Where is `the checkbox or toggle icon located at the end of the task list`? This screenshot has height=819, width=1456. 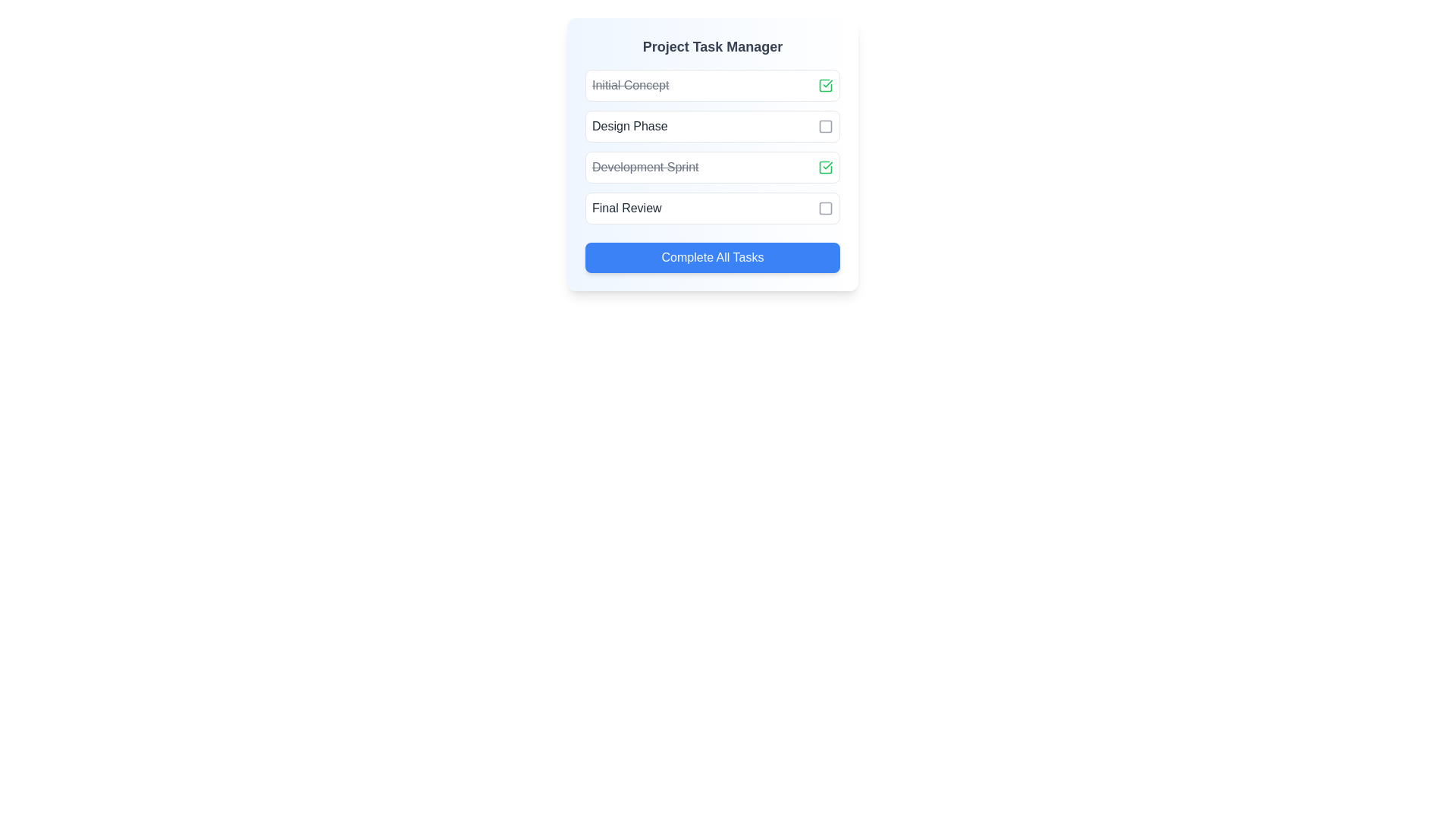
the checkbox or toggle icon located at the end of the task list is located at coordinates (825, 208).